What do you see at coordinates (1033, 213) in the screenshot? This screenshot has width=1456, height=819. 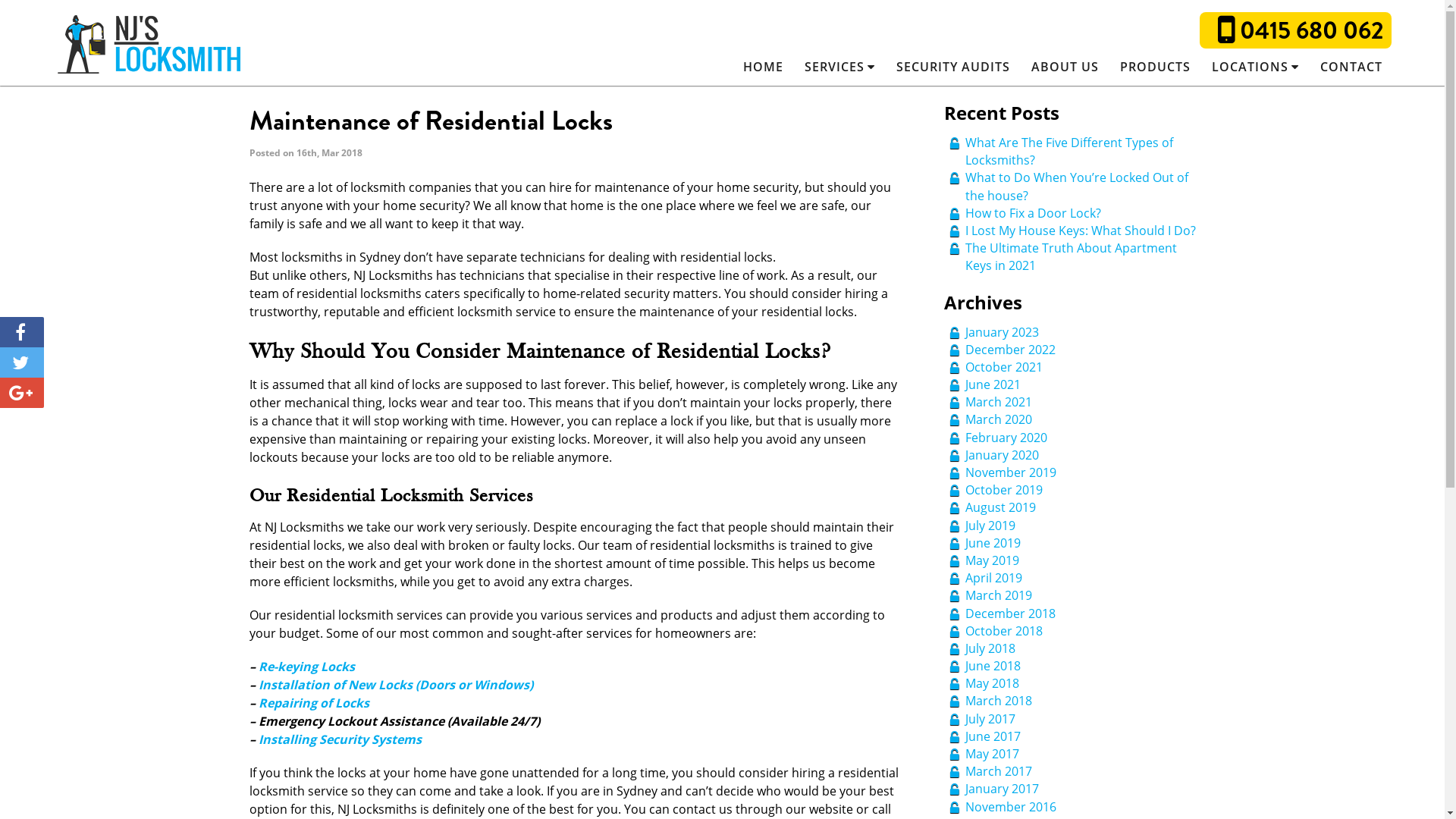 I see `'How to Fix a Door Lock? '` at bounding box center [1033, 213].